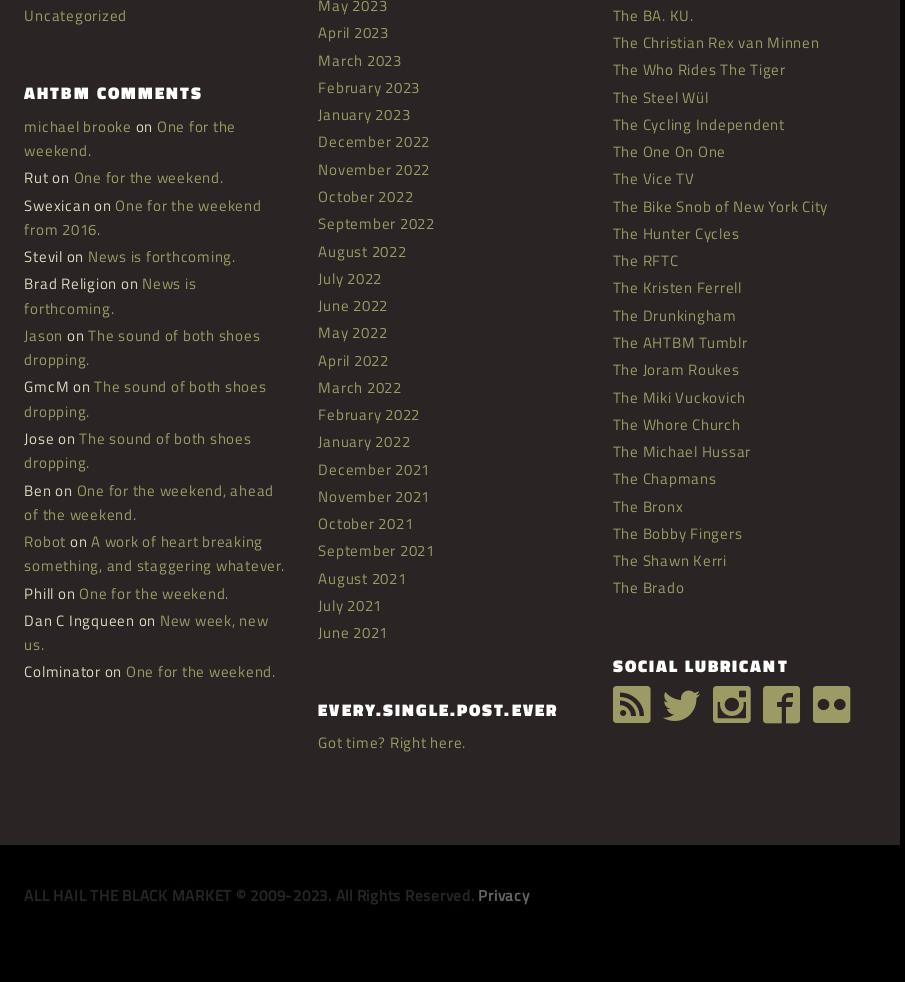 This screenshot has width=905, height=982. Describe the element at coordinates (363, 441) in the screenshot. I see `'January 2022'` at that location.